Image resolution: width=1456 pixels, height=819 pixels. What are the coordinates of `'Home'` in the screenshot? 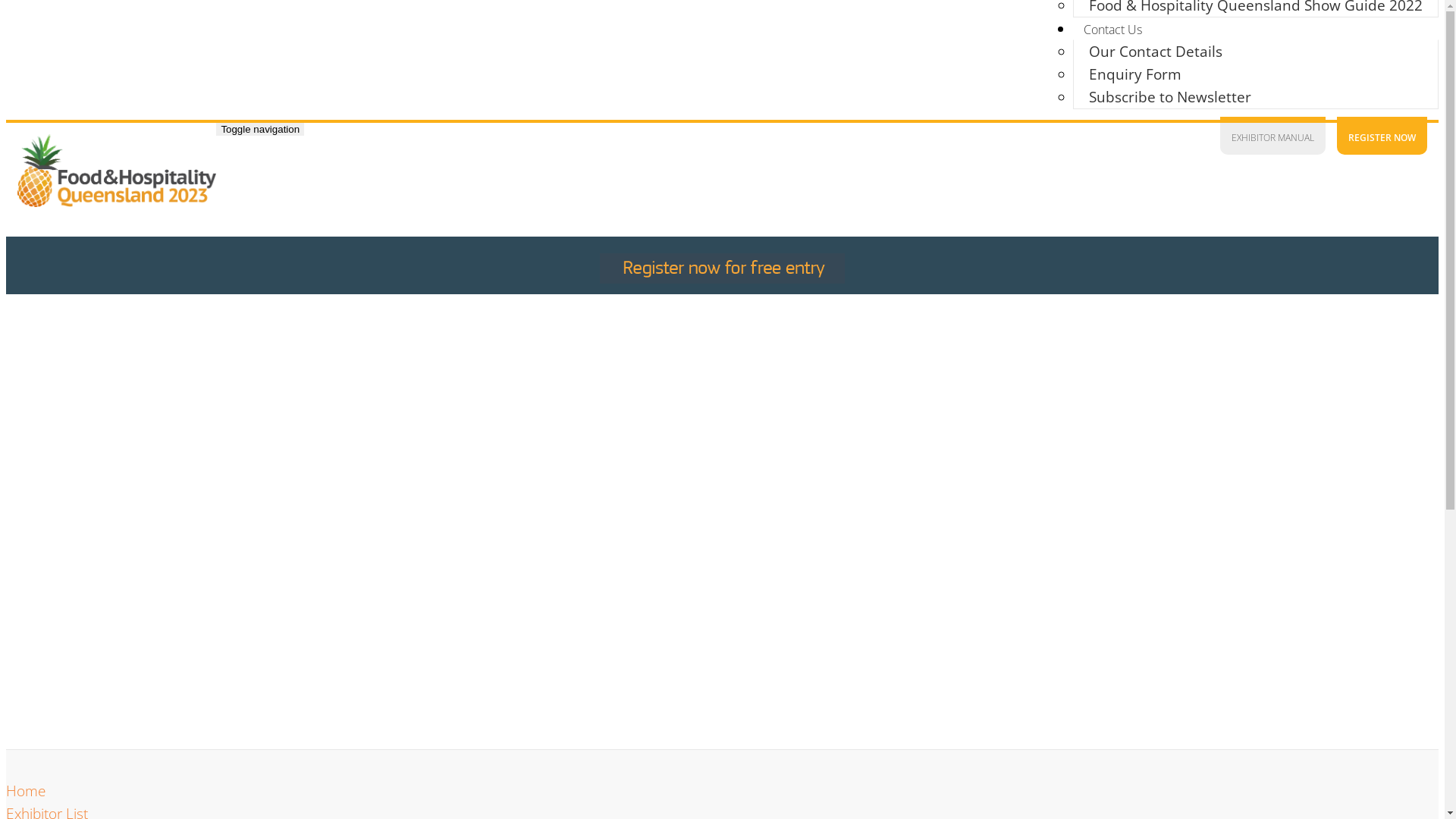 It's located at (25, 789).